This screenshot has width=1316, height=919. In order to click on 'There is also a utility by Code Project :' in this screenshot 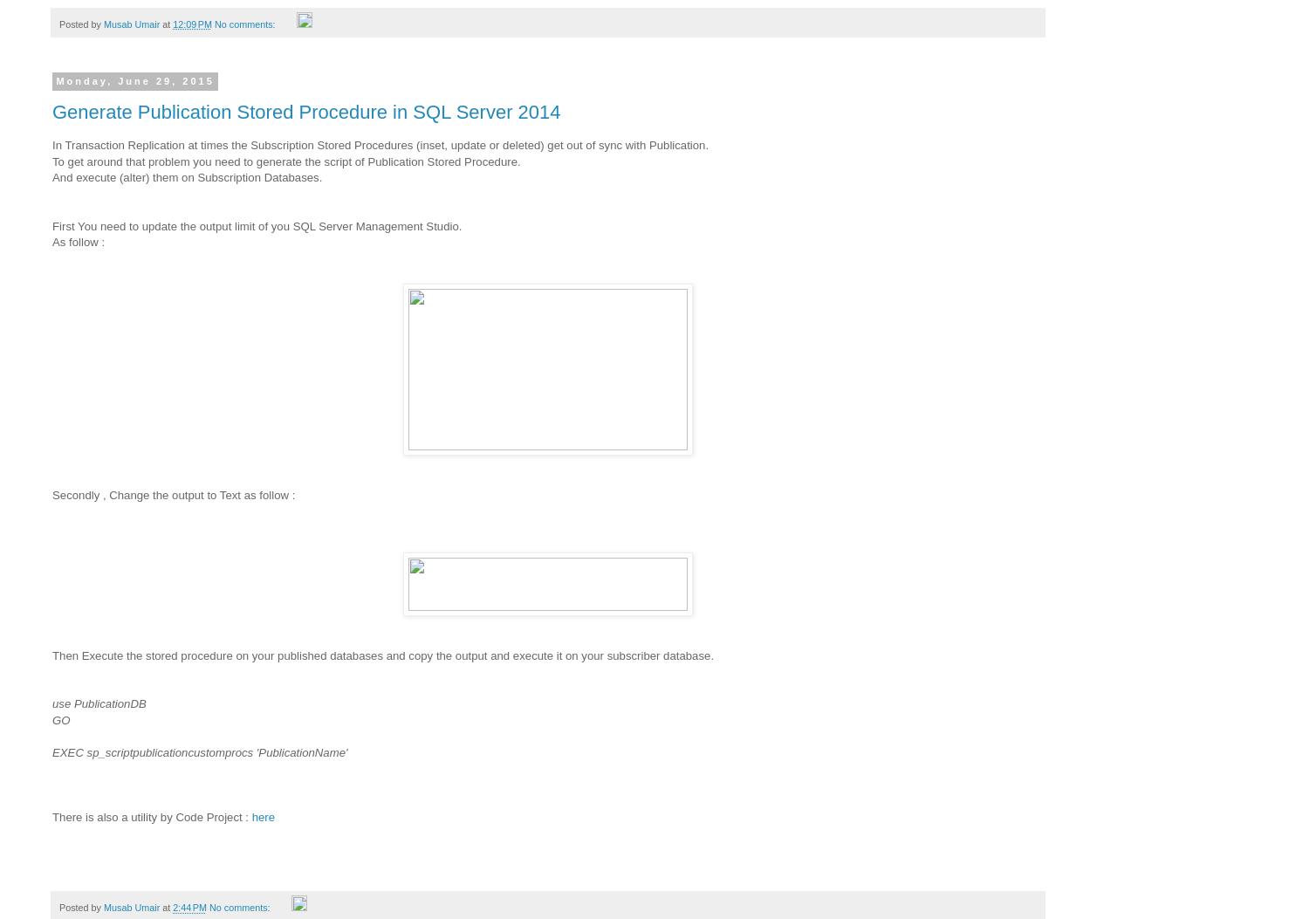, I will do `click(152, 815)`.